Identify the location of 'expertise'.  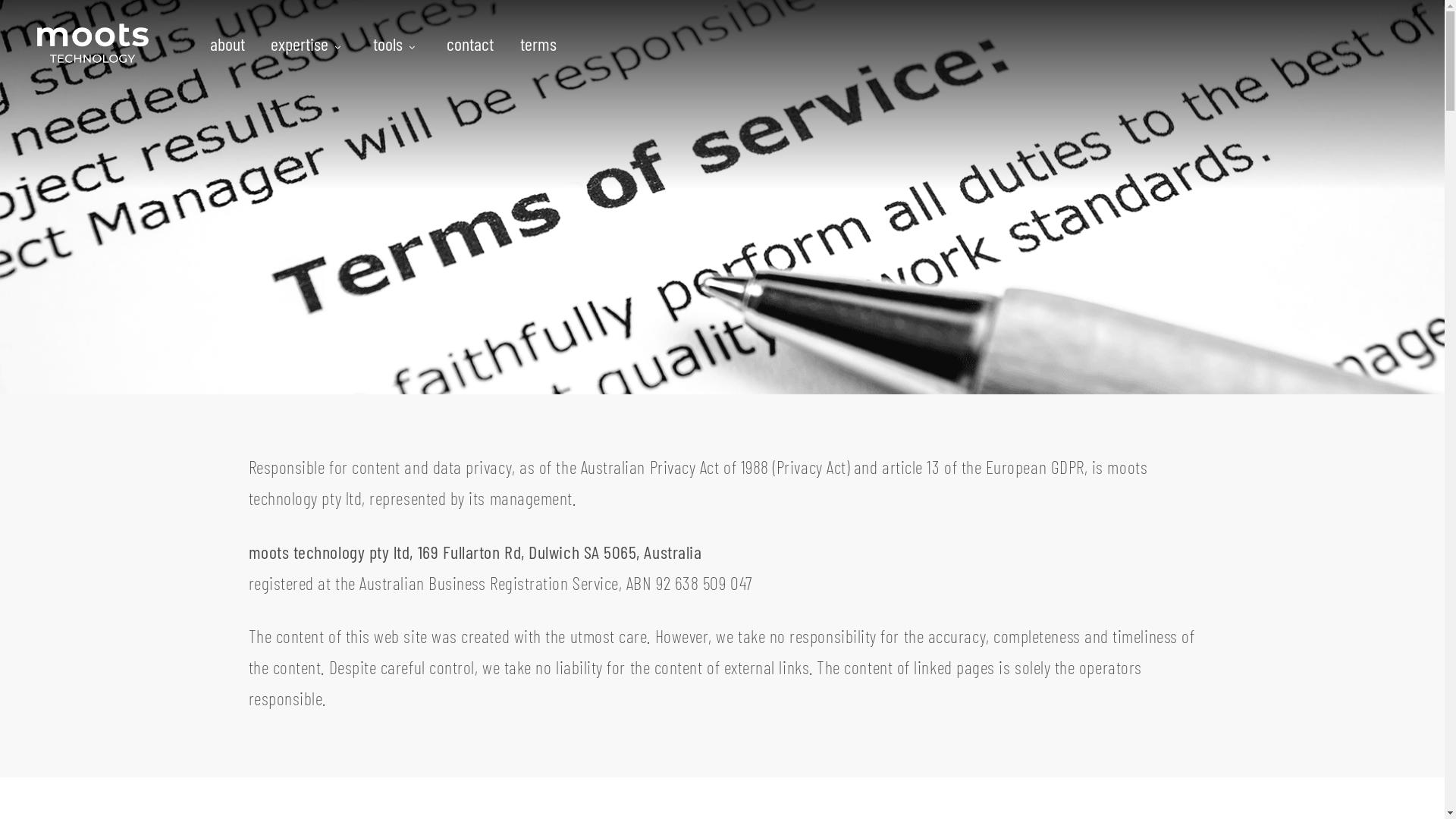
(308, 42).